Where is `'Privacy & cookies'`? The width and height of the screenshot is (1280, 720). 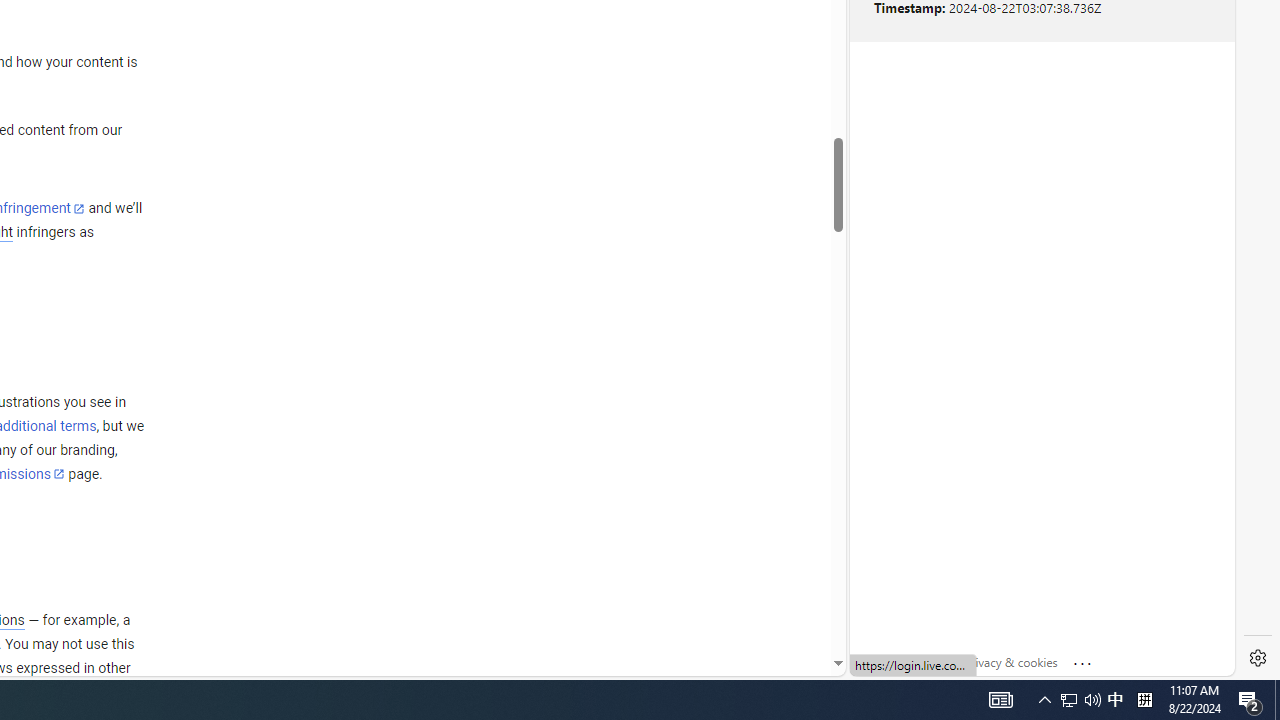 'Privacy & cookies' is located at coordinates (1011, 662).